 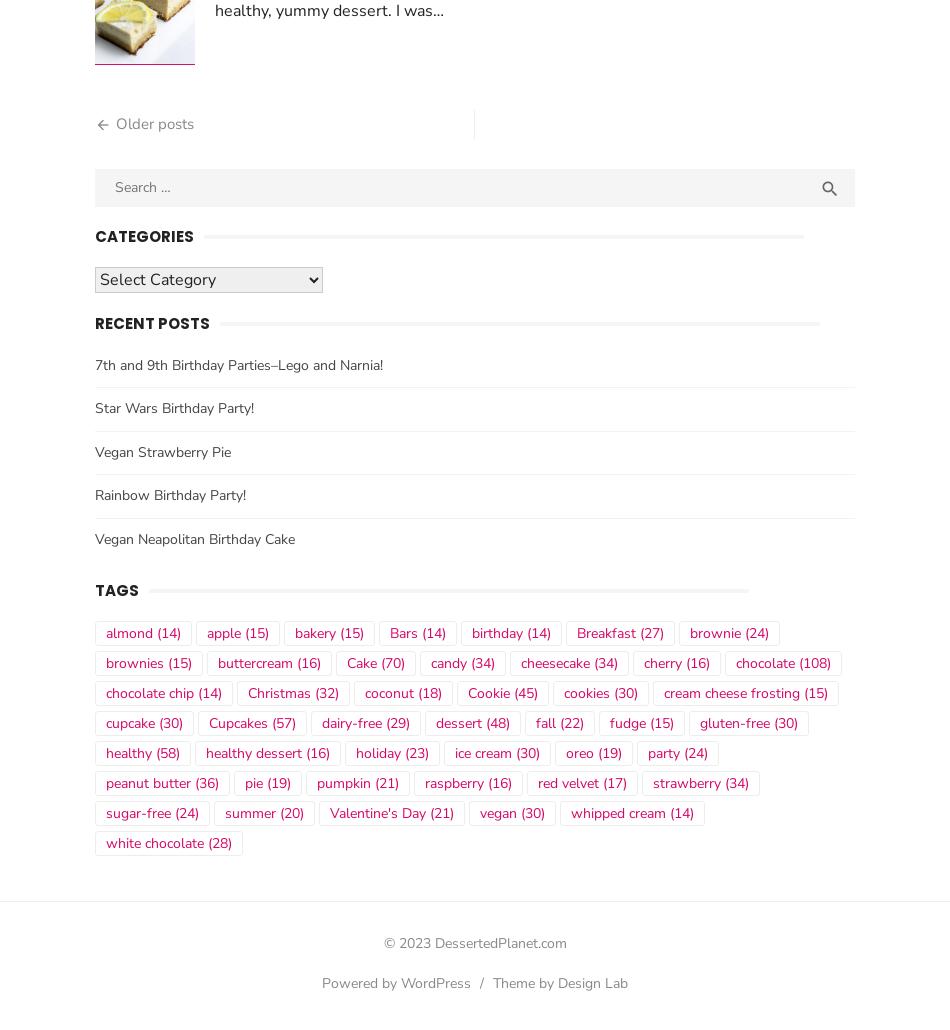 I want to click on 'Vegan Neapolitan Birthday Cake', so click(x=195, y=544).